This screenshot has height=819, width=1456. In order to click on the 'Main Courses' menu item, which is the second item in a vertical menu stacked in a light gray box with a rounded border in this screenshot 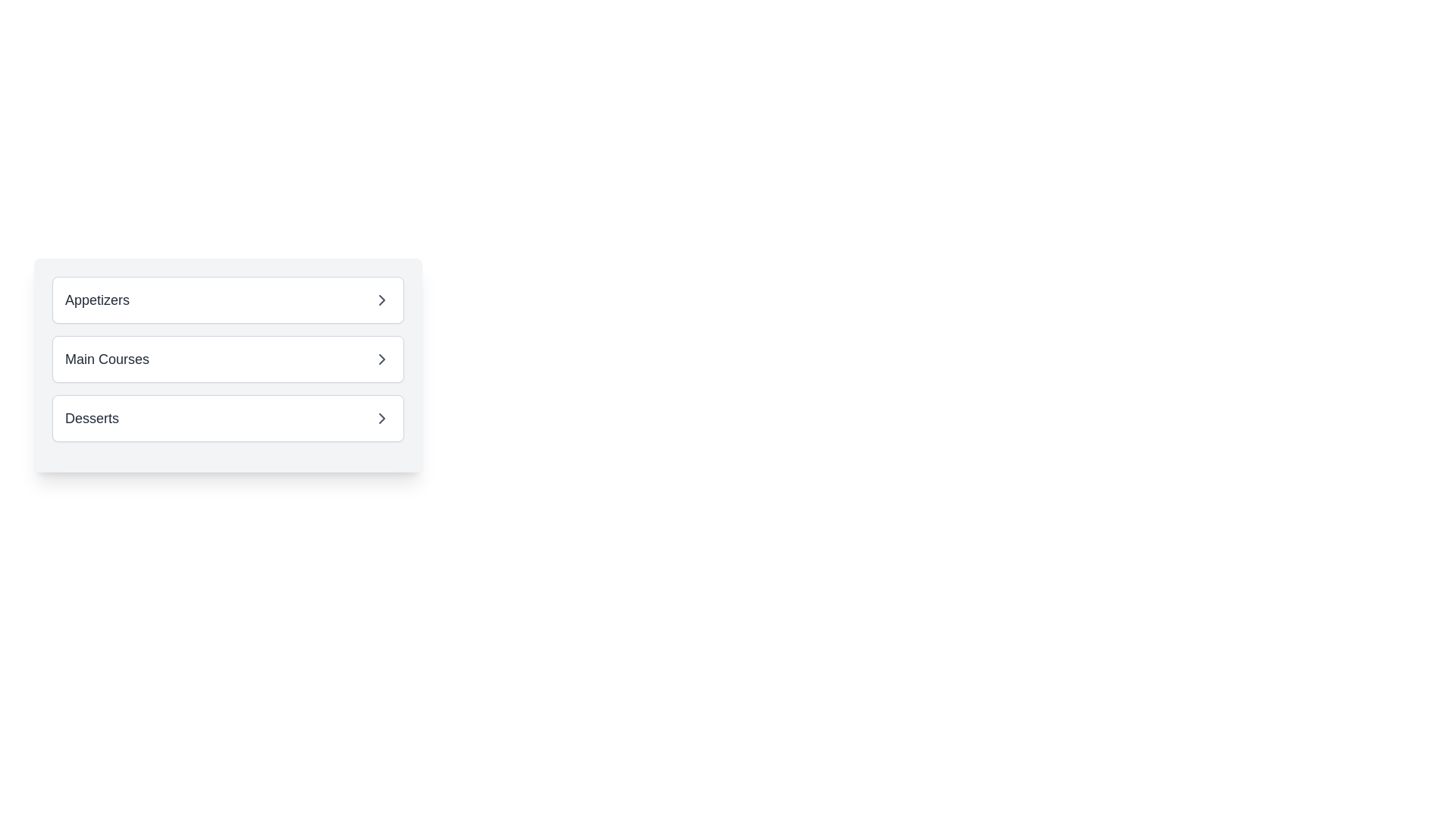, I will do `click(227, 366)`.